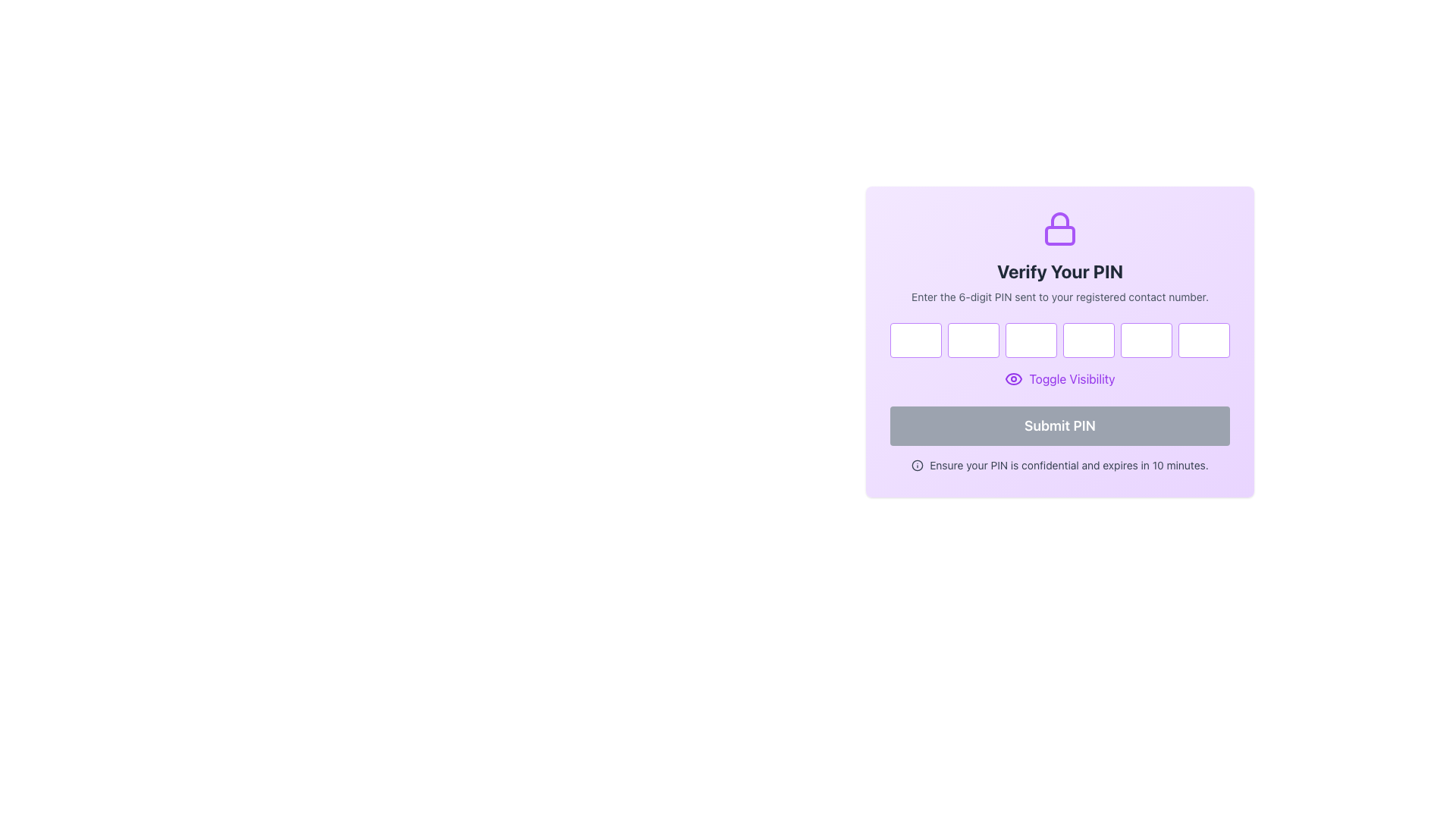  Describe the element at coordinates (973, 339) in the screenshot. I see `the second Password Input Box, which has a rounded border and purple outline, to focus it` at that location.